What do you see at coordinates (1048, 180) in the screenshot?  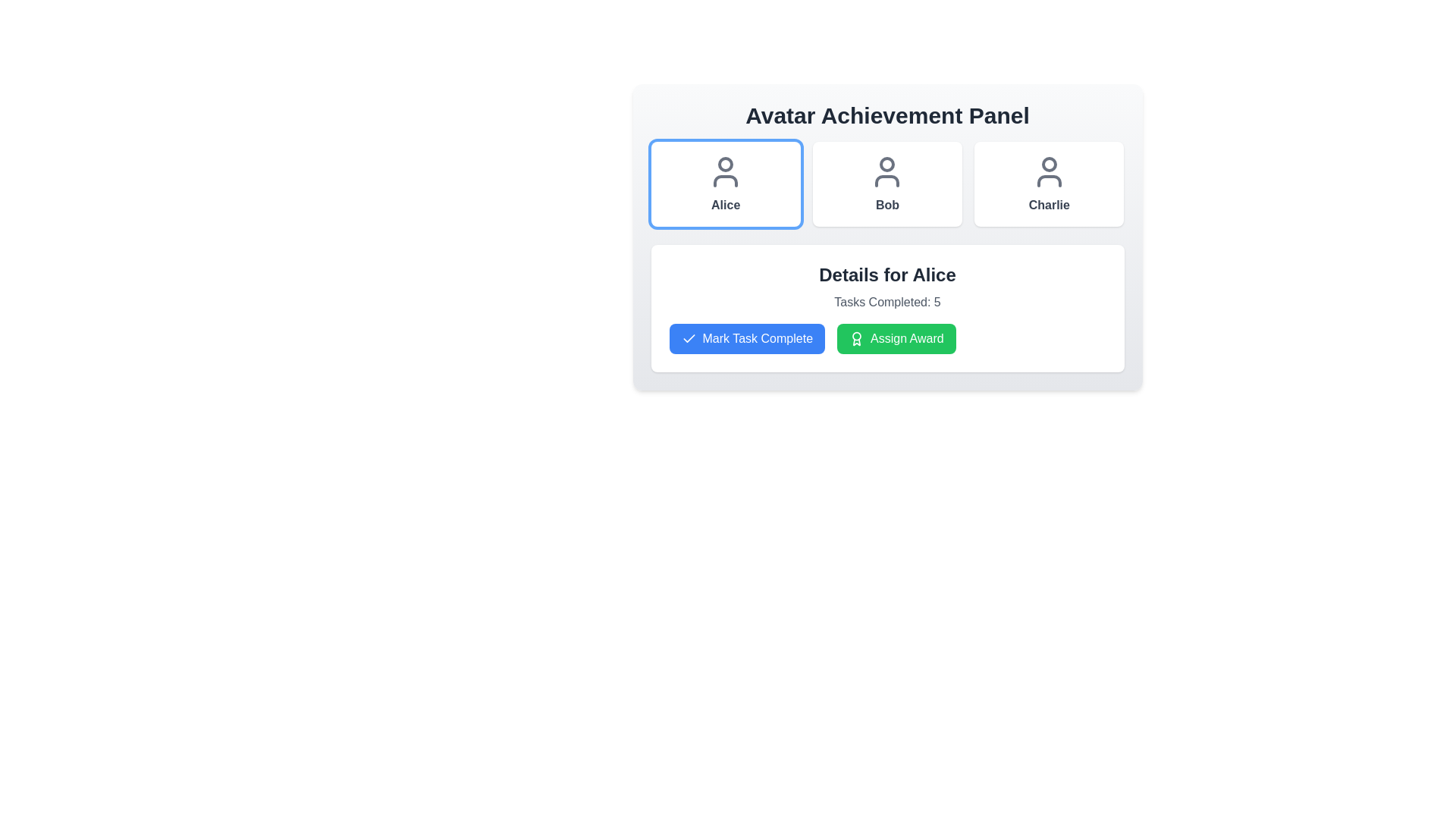 I see `the curved lower portion of the silhouette icon representing a person, specifically the torso of the user avatar for 'Charlie', located in the third column of the panel` at bounding box center [1048, 180].